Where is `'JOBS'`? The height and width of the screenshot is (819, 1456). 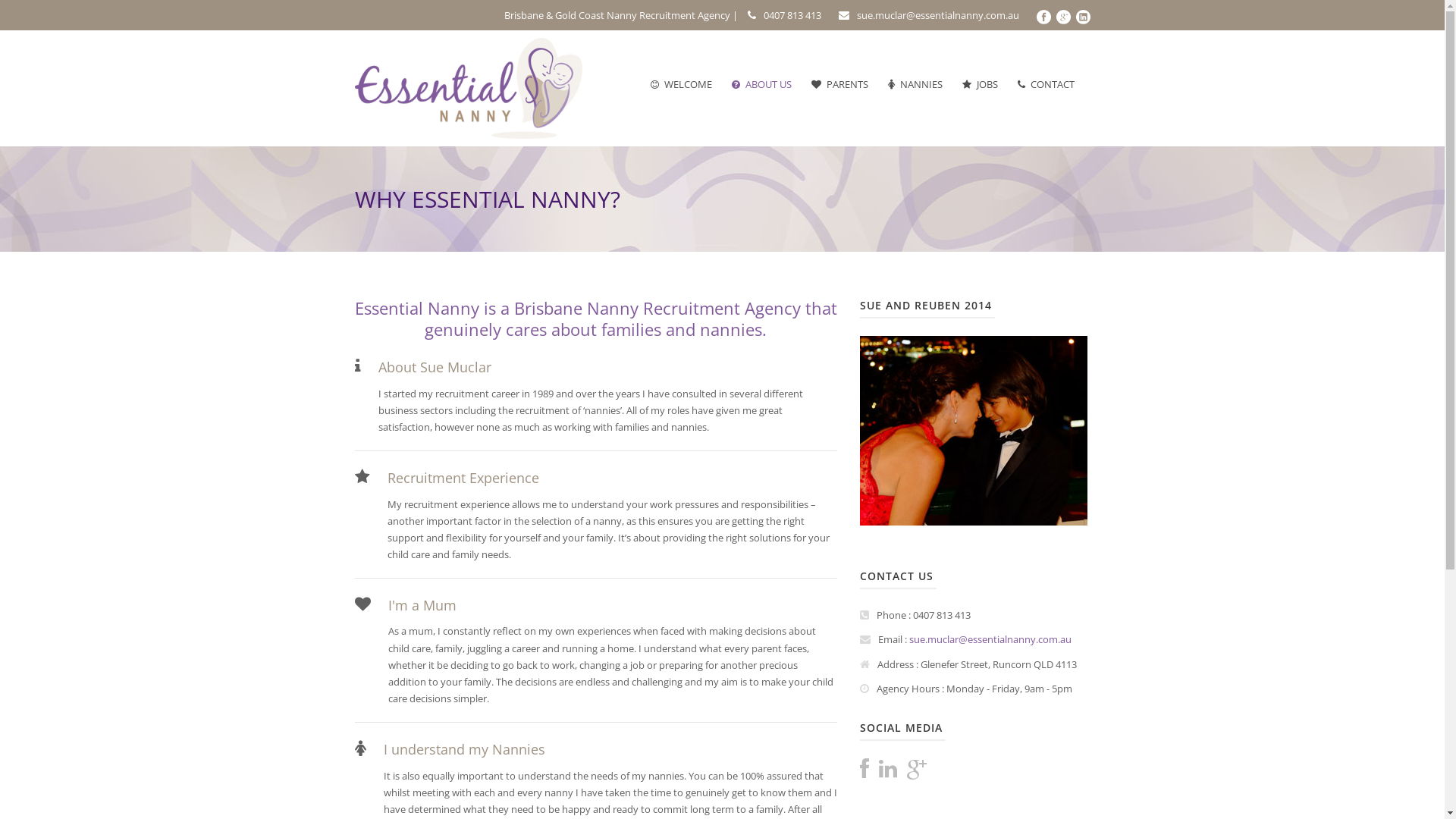
'JOBS' is located at coordinates (980, 84).